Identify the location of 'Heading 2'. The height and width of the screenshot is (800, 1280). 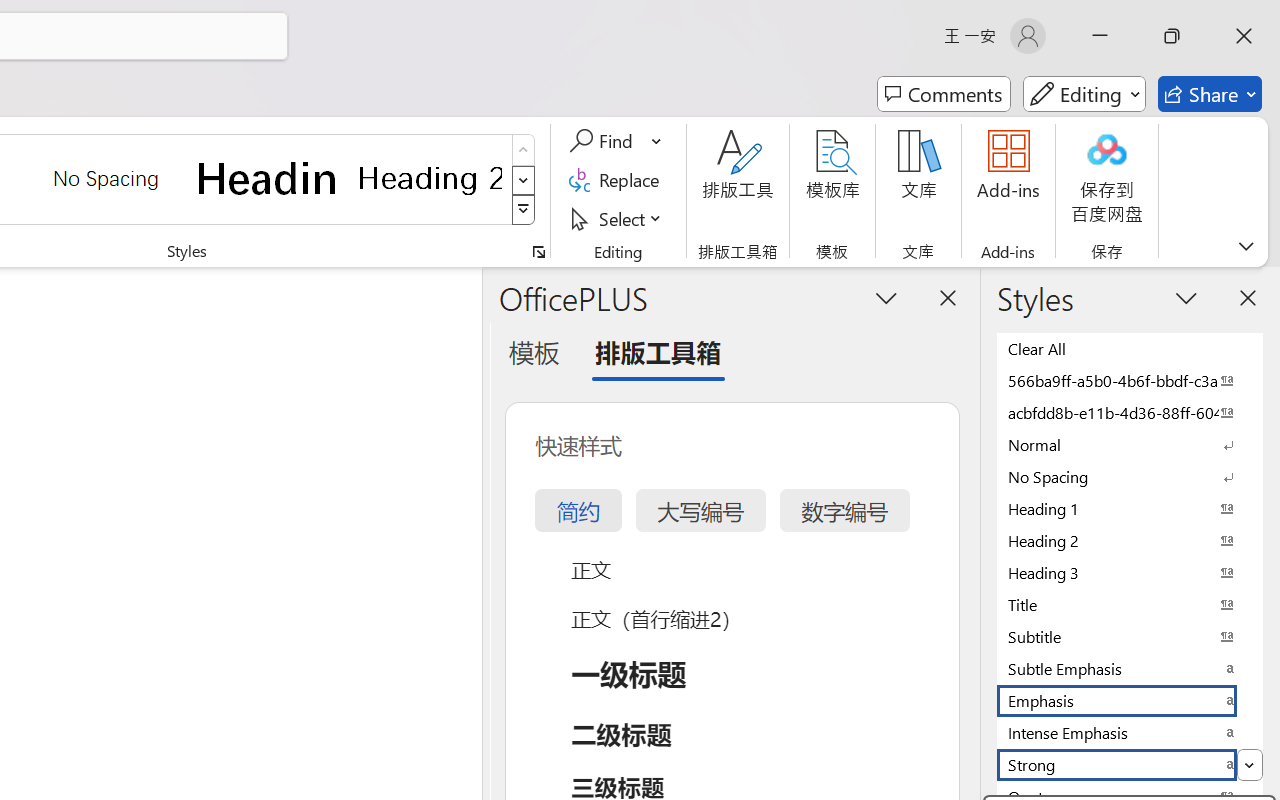
(429, 177).